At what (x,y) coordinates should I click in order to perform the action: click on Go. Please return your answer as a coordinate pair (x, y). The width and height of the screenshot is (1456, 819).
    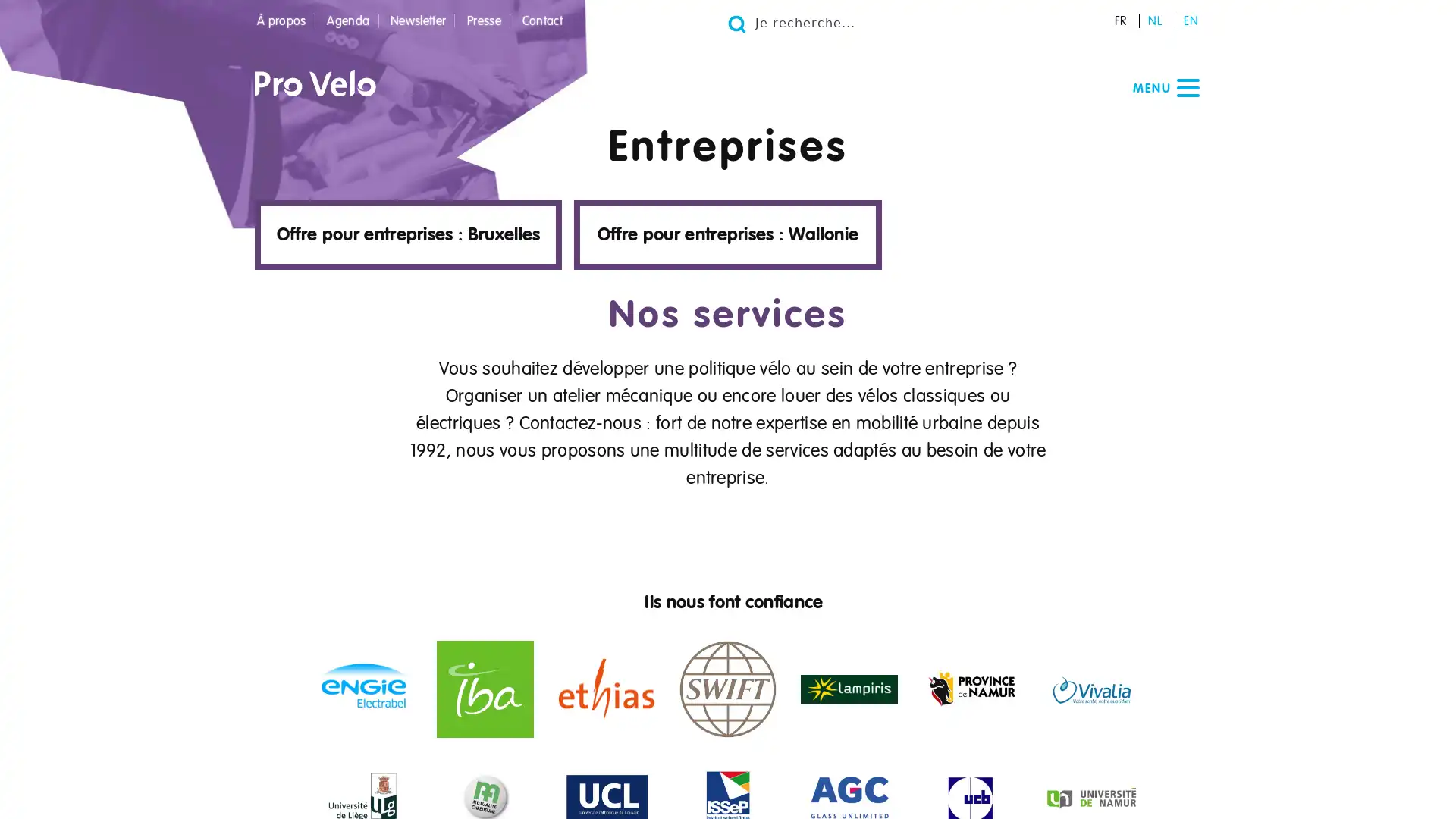
    Looking at the image, I should click on (736, 23).